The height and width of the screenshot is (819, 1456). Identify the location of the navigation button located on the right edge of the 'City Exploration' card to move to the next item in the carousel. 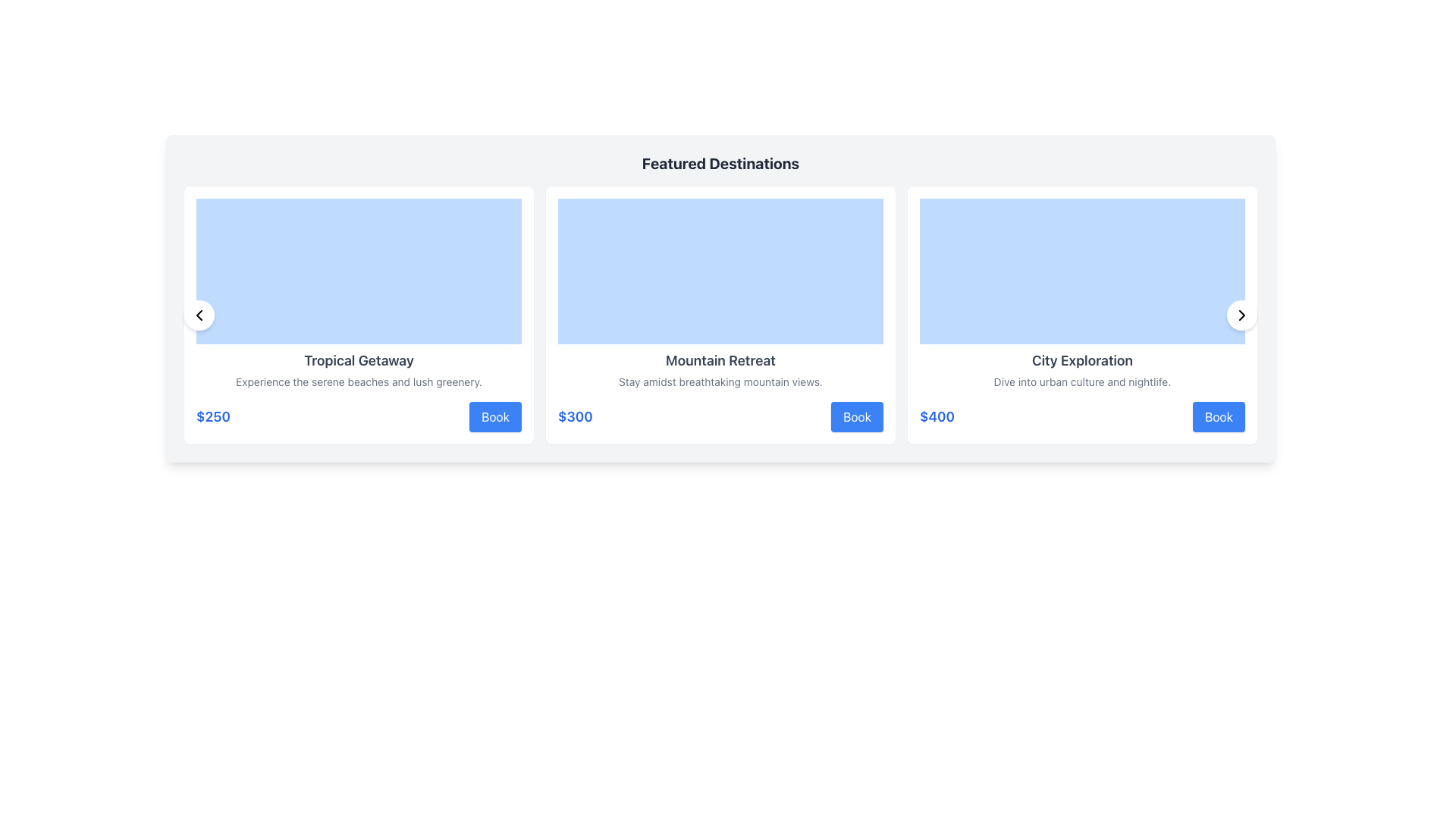
(1241, 315).